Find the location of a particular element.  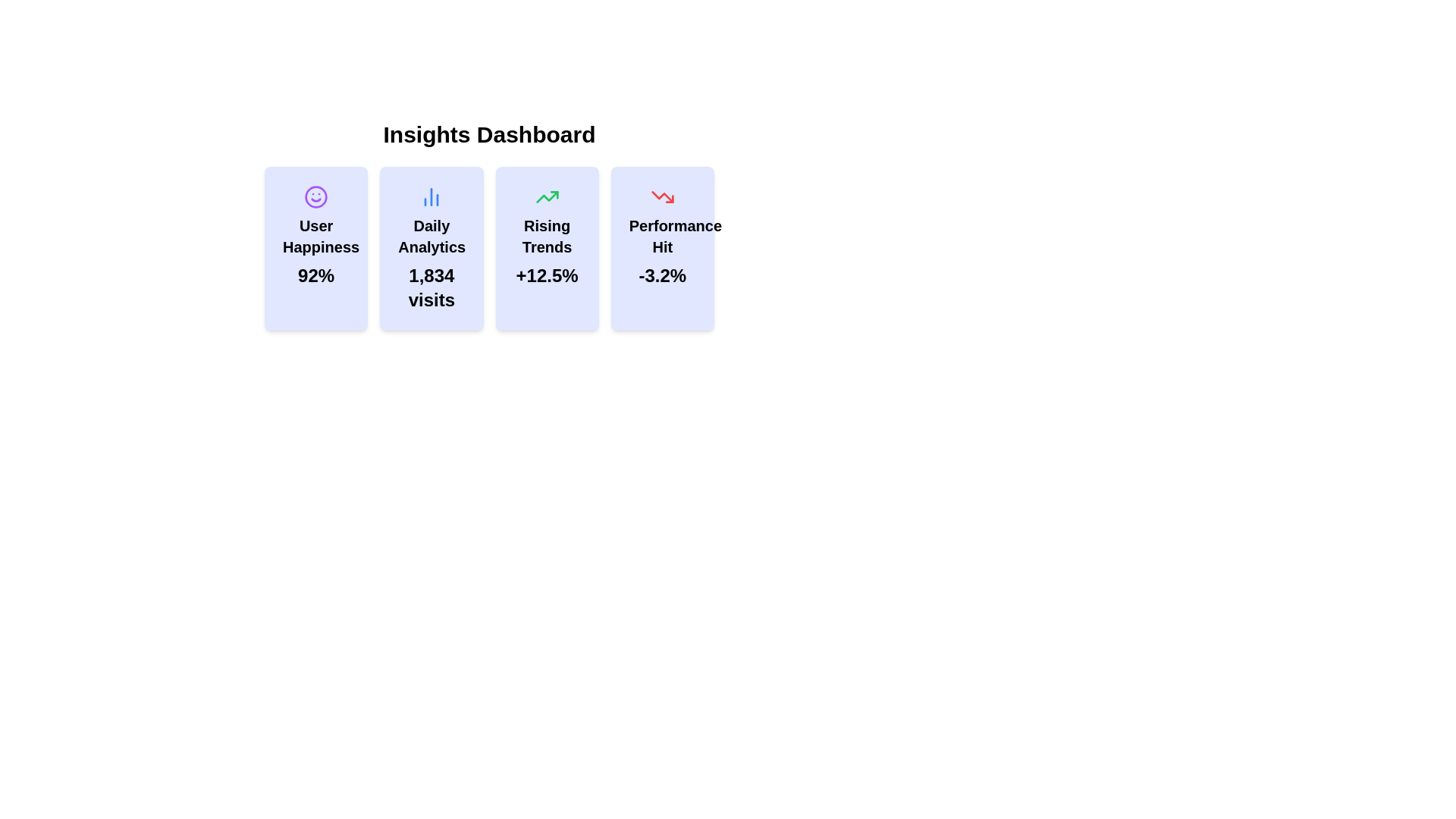

the 'Happiness' icon located at the top-center of the leftmost card in the second row of the dashboard, which visually represents the concept of 'Happiness' is located at coordinates (315, 196).